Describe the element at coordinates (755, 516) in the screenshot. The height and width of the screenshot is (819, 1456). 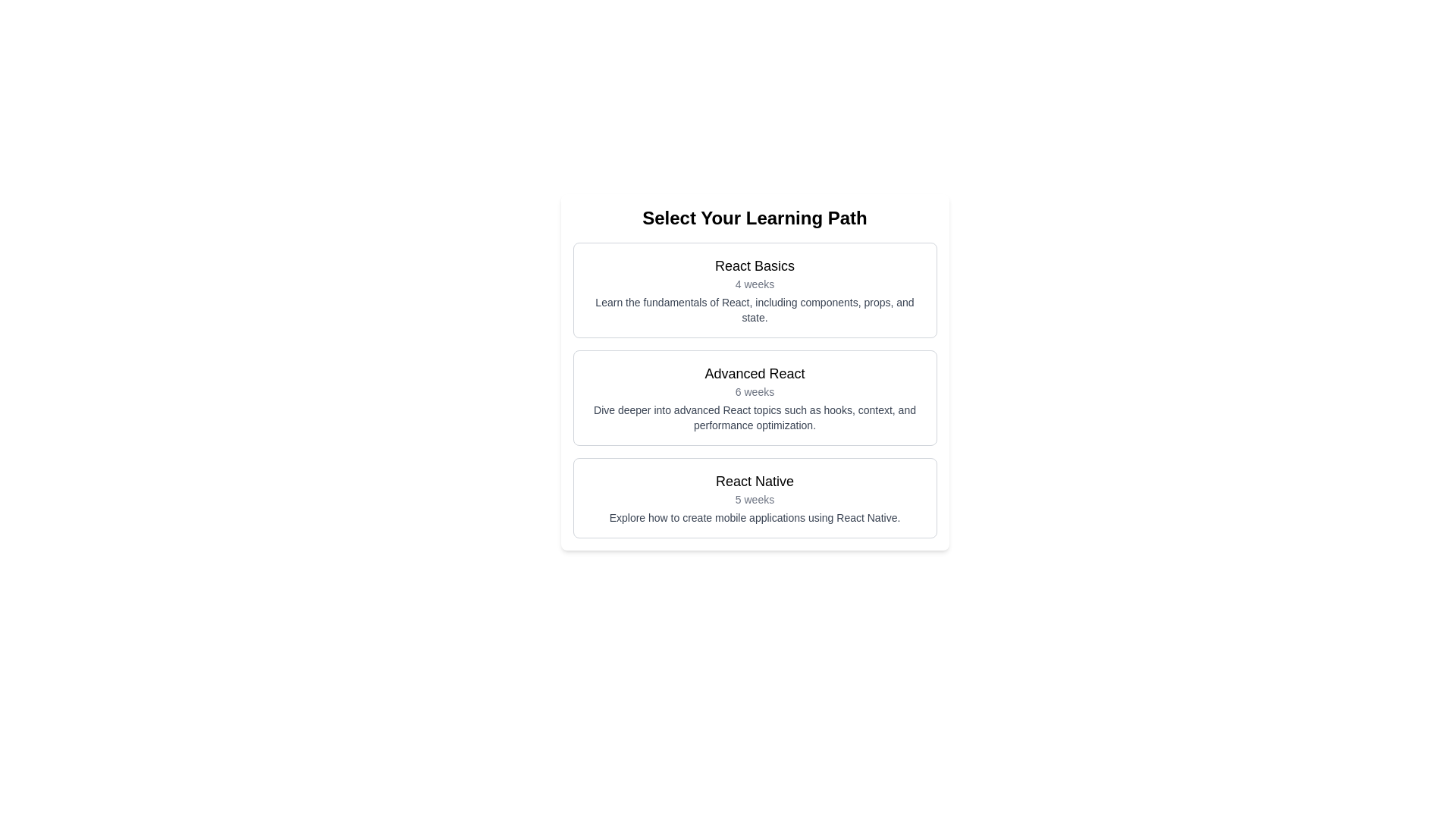
I see `the descriptive text element located underneath the '5 weeks' text within the 'React Native' group, which provides additional information about the course` at that location.